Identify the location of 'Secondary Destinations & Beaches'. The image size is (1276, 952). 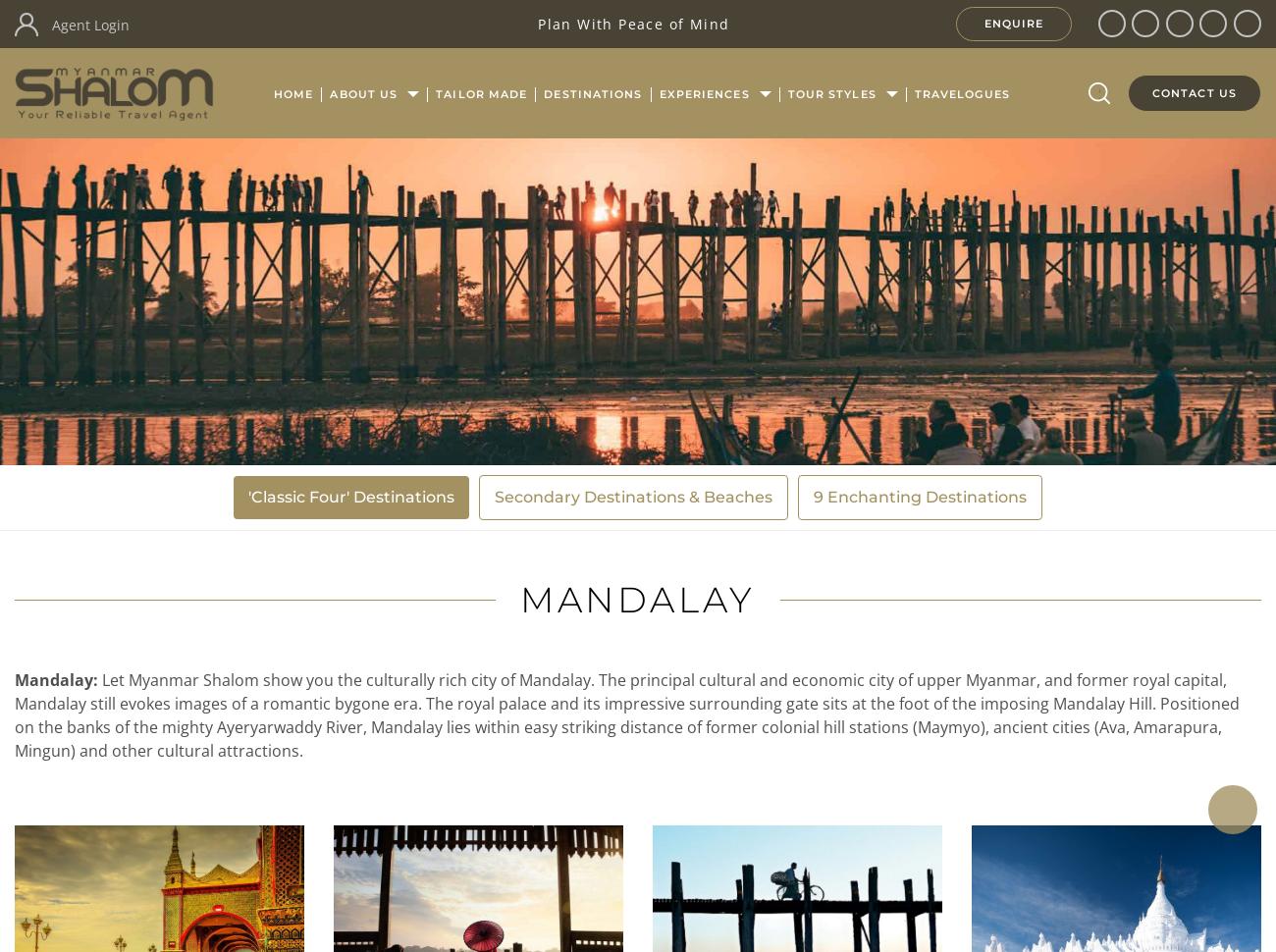
(633, 497).